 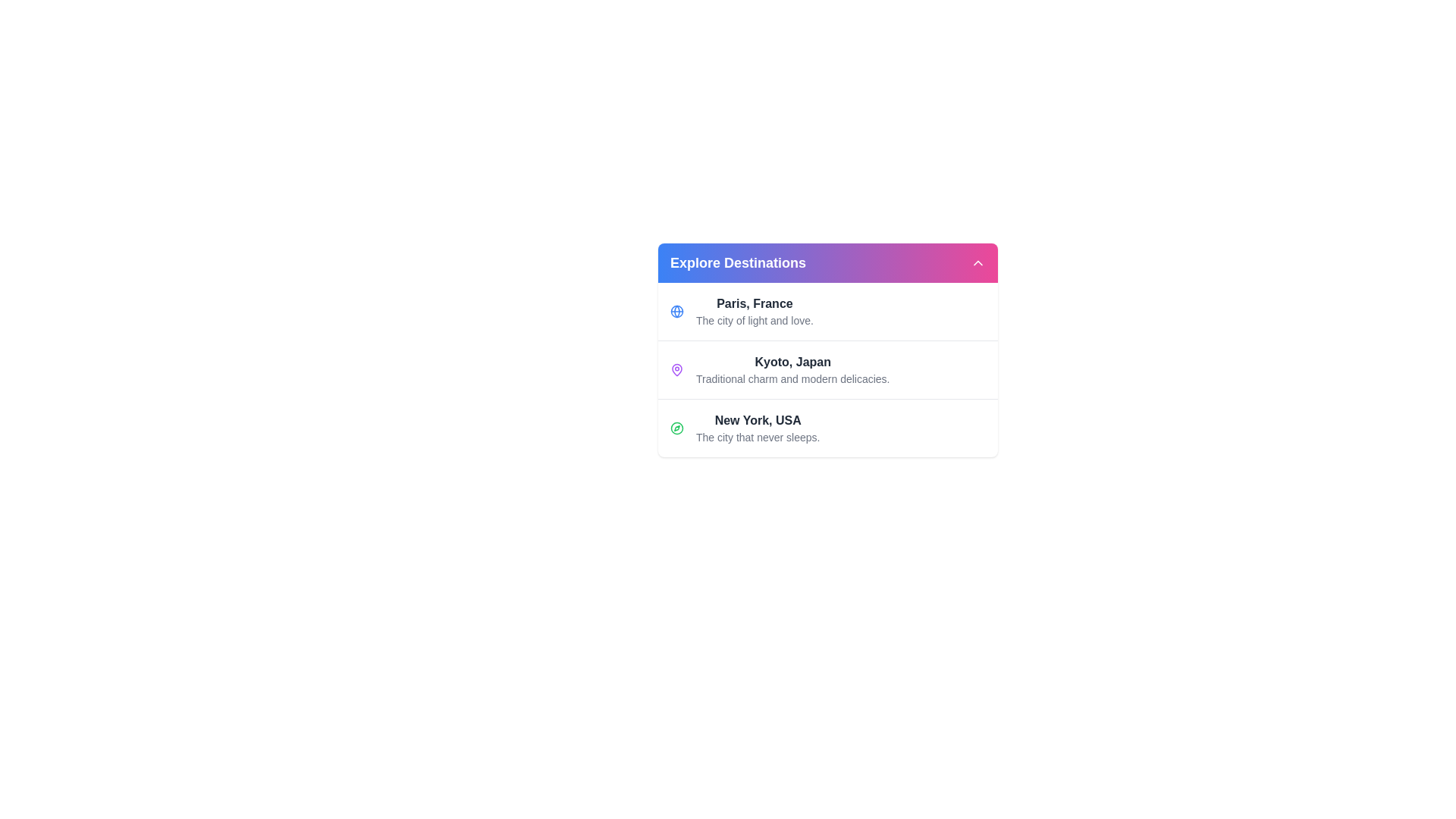 What do you see at coordinates (676, 311) in the screenshot?
I see `the small circular globe icon filled with blue color, which represents 'Paris, France' in the 'Explore Destinations' section` at bounding box center [676, 311].